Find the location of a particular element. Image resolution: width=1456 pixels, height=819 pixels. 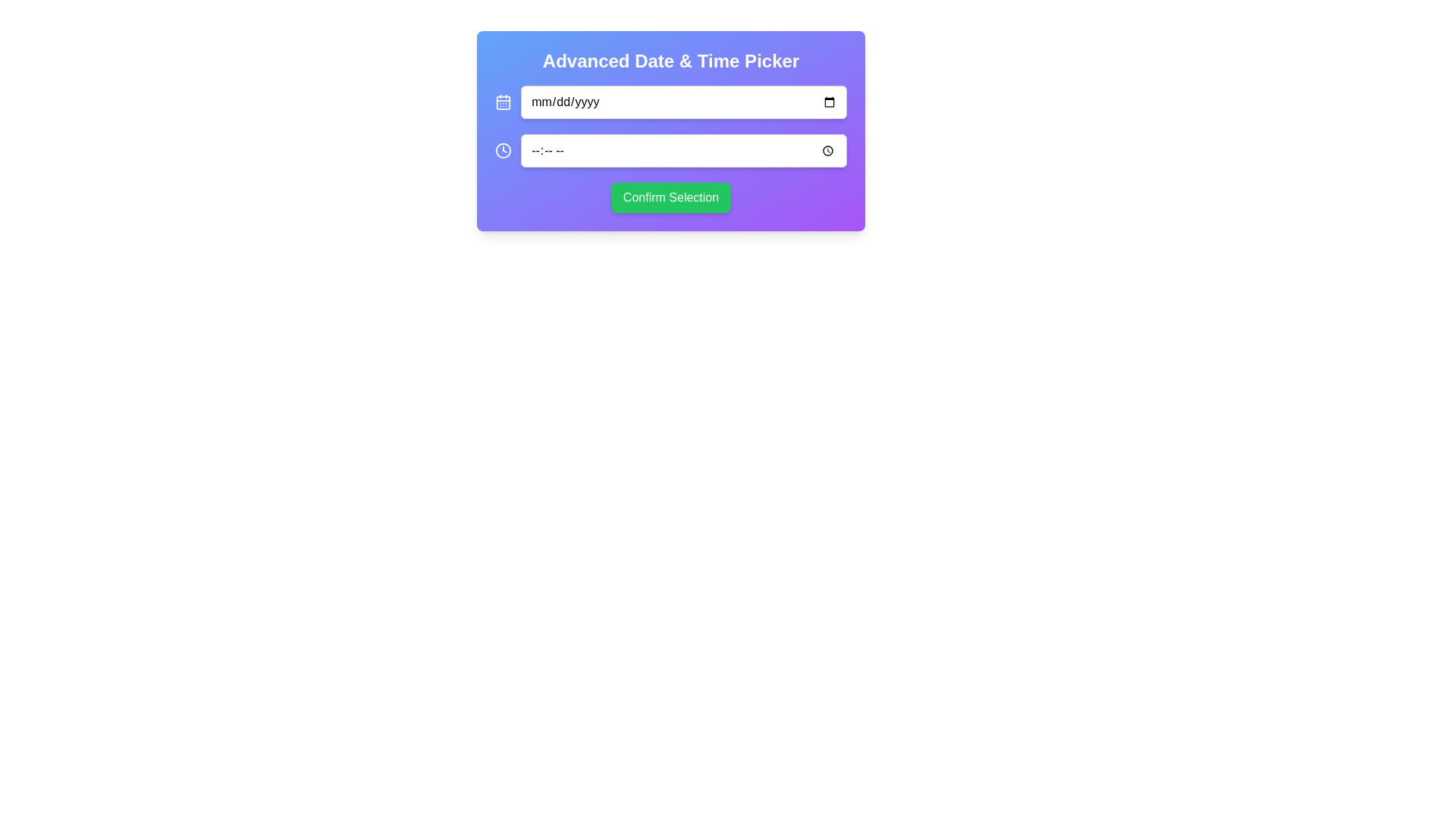

to focus on the time input field, which is located below the date input field and above the Confirm Selection button in the Advanced Date & Time Picker interface is located at coordinates (670, 151).